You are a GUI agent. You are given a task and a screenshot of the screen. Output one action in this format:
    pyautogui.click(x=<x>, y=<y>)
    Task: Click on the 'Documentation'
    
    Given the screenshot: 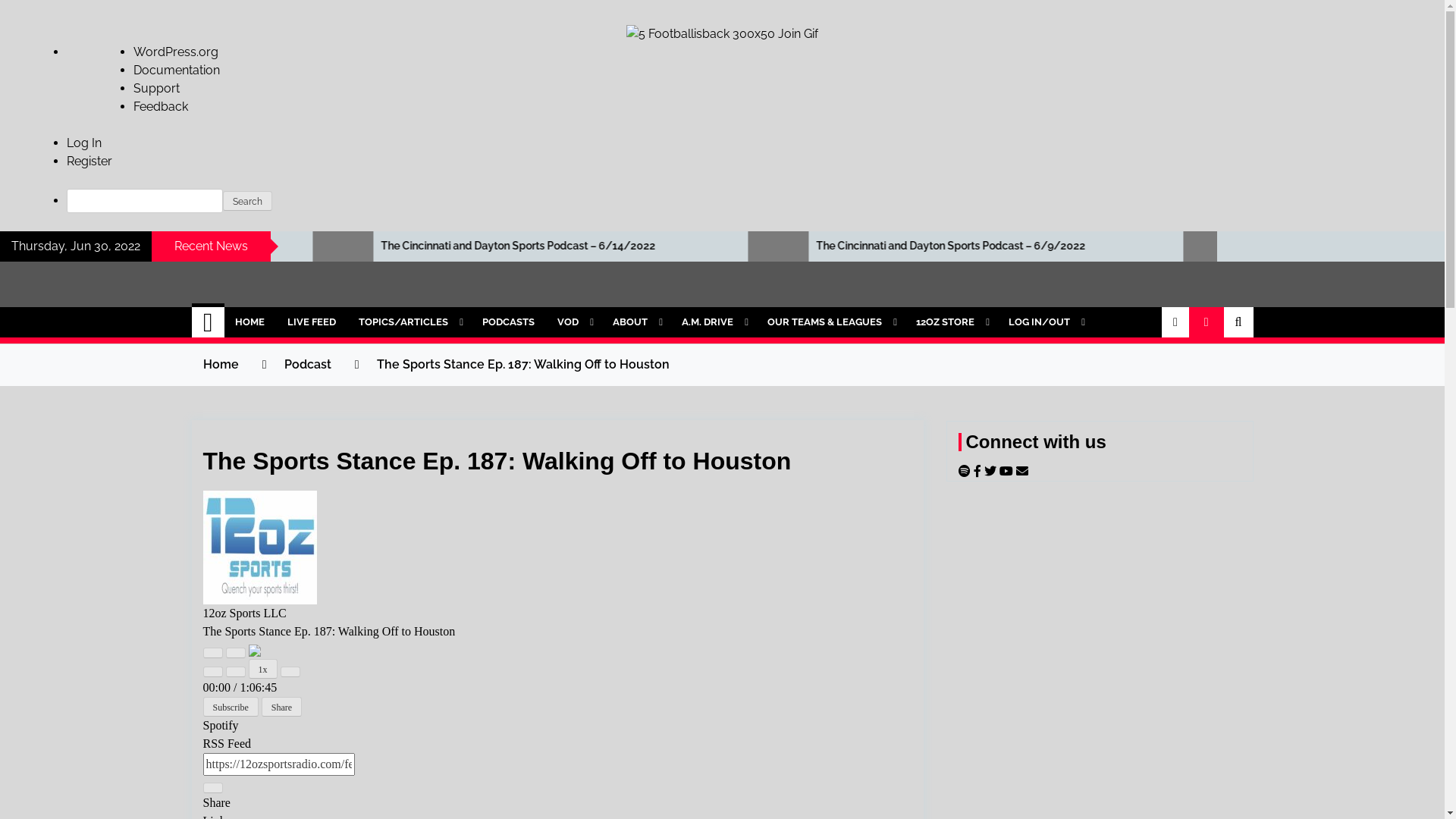 What is the action you would take?
    pyautogui.click(x=177, y=70)
    